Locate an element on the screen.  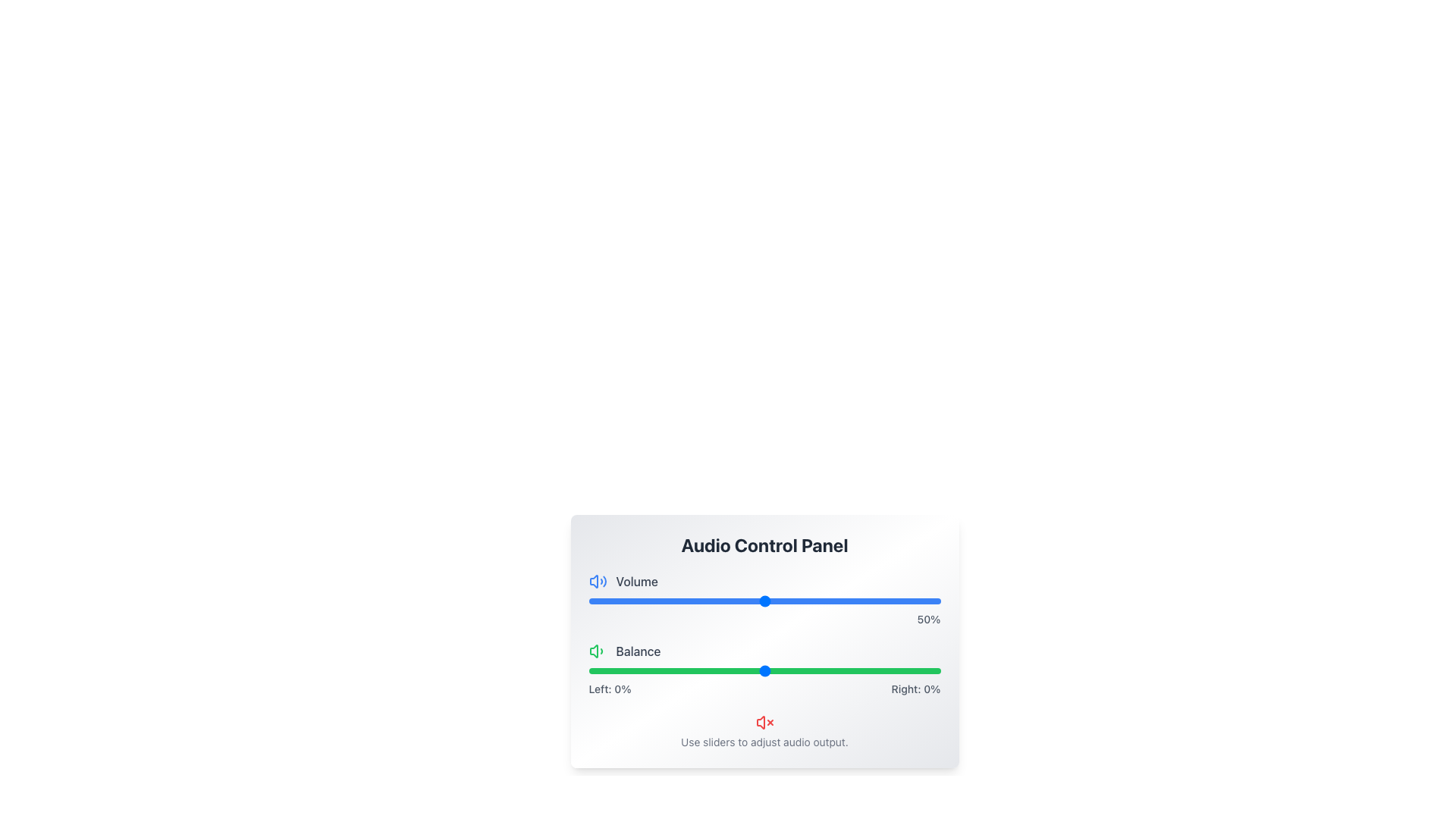
the balance is located at coordinates (764, 670).